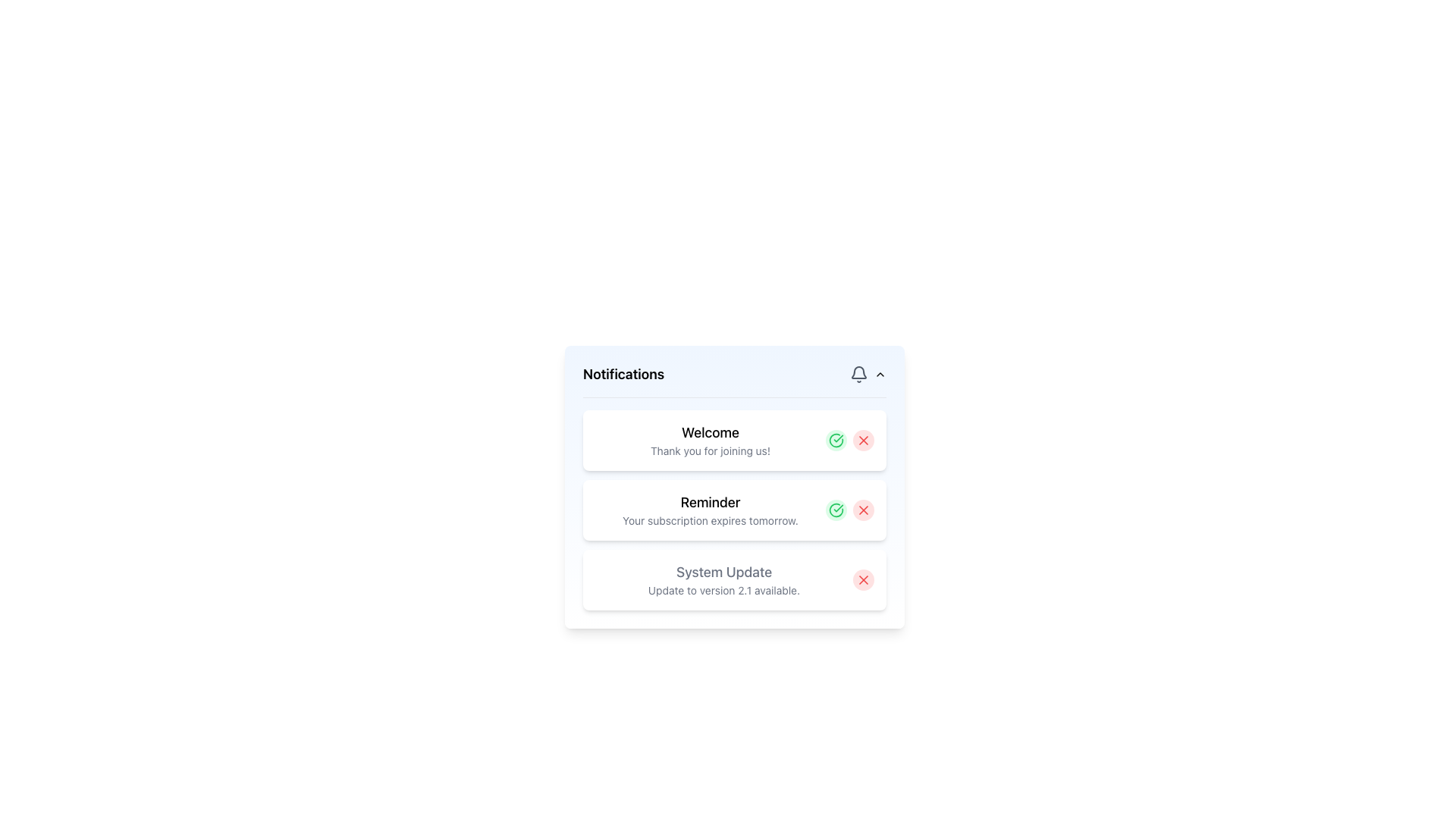 The image size is (1456, 819). Describe the element at coordinates (836, 510) in the screenshot. I see `the confirmation icon located to the right of the 'Reminder' notification text to confirm the notification` at that location.